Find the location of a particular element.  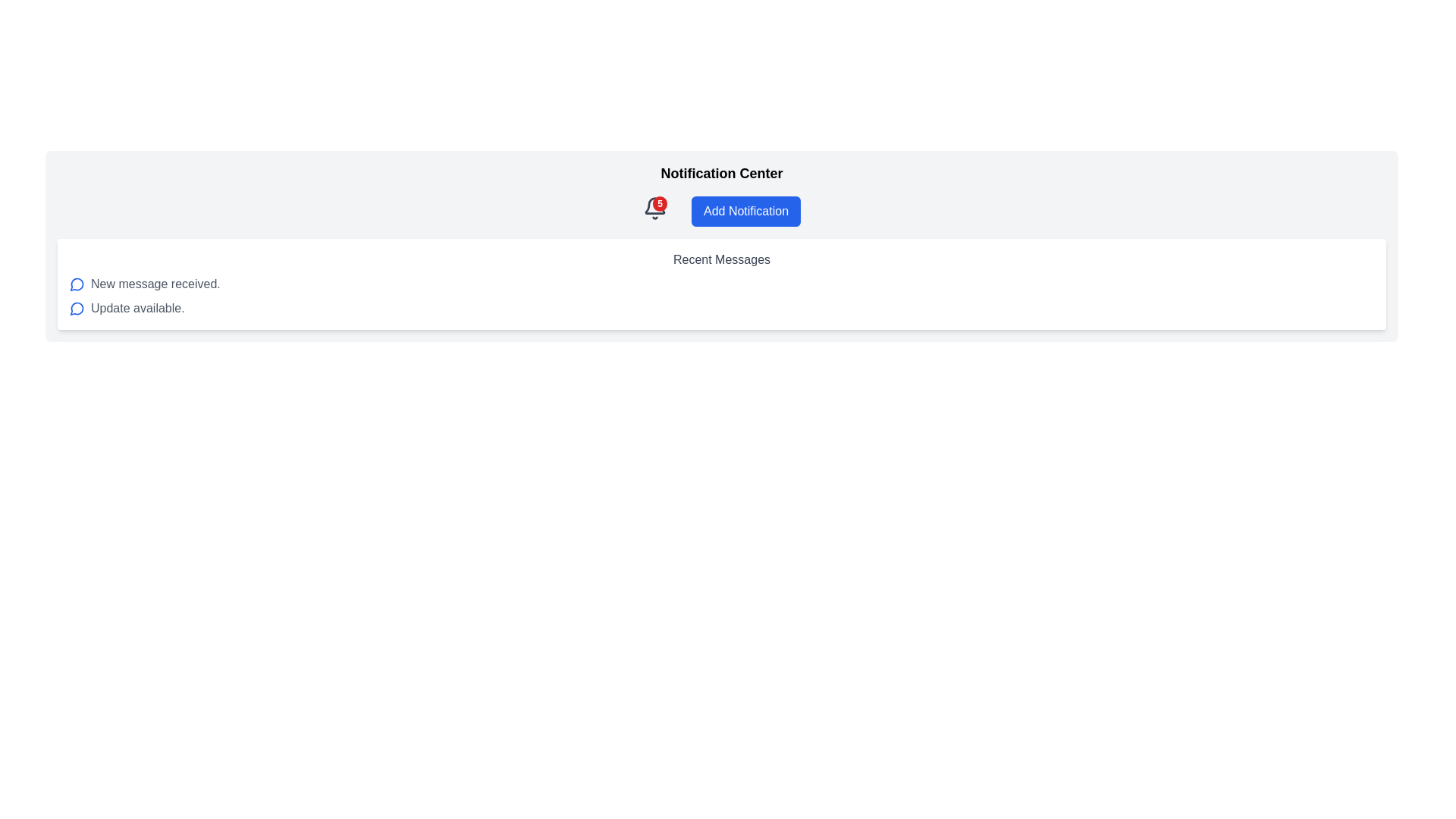

the displayed number on the Notification badge, which indicates new notifications and is positioned at the top-right corner of the notification bell icon is located at coordinates (660, 203).